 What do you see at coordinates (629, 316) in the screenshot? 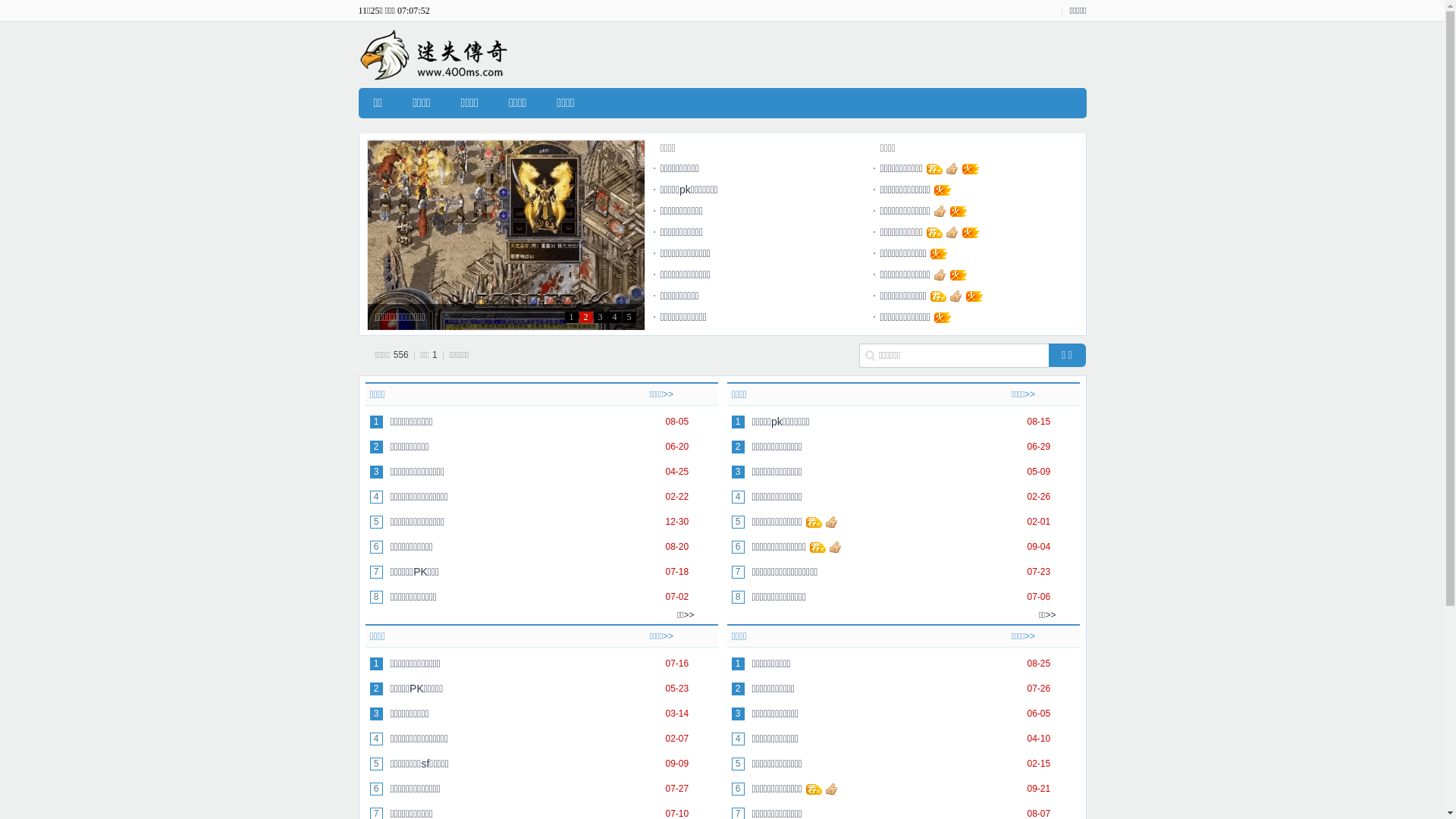
I see `'5'` at bounding box center [629, 316].